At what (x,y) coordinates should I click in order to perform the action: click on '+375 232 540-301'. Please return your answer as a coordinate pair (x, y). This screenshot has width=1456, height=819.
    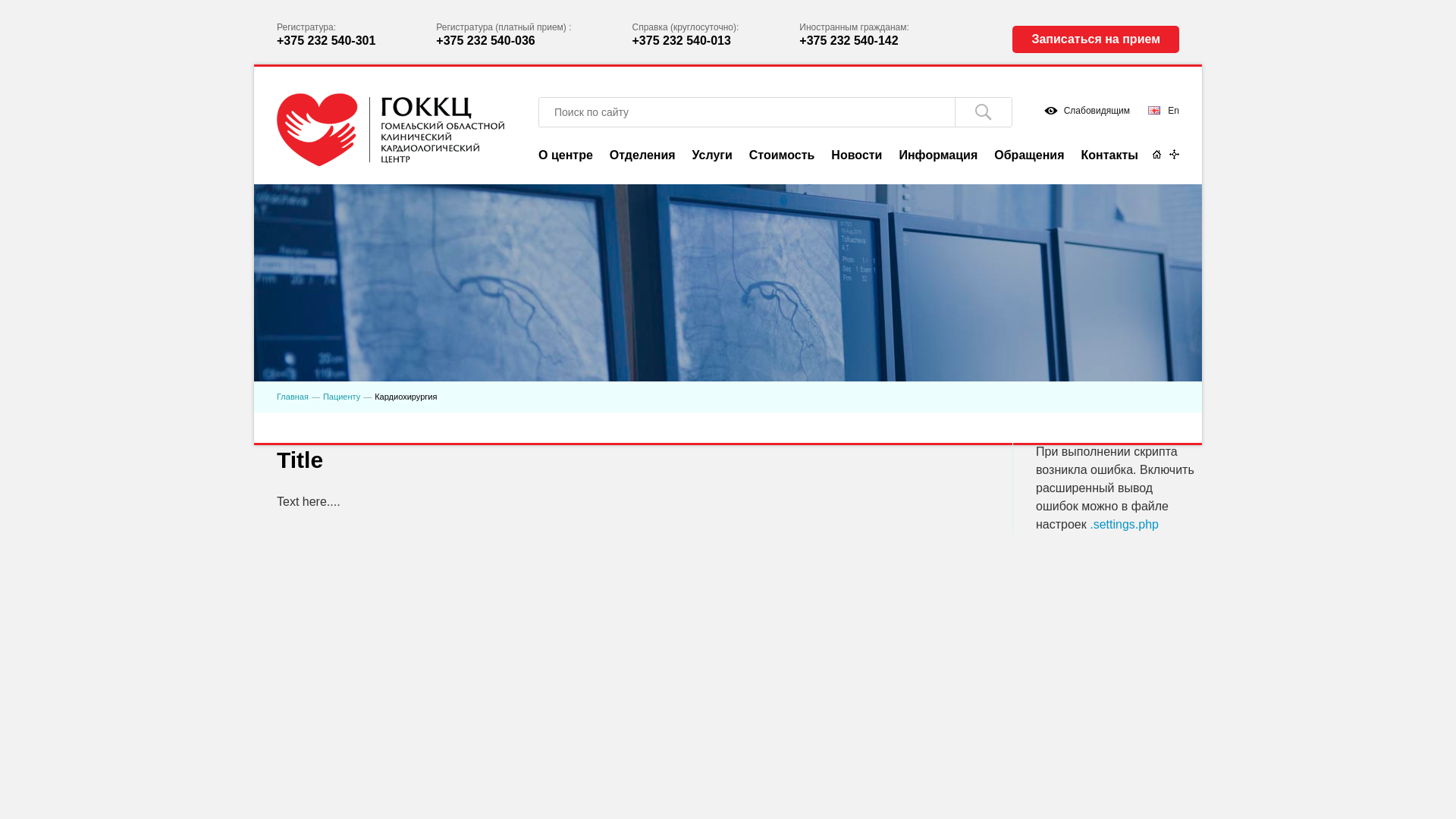
    Looking at the image, I should click on (325, 39).